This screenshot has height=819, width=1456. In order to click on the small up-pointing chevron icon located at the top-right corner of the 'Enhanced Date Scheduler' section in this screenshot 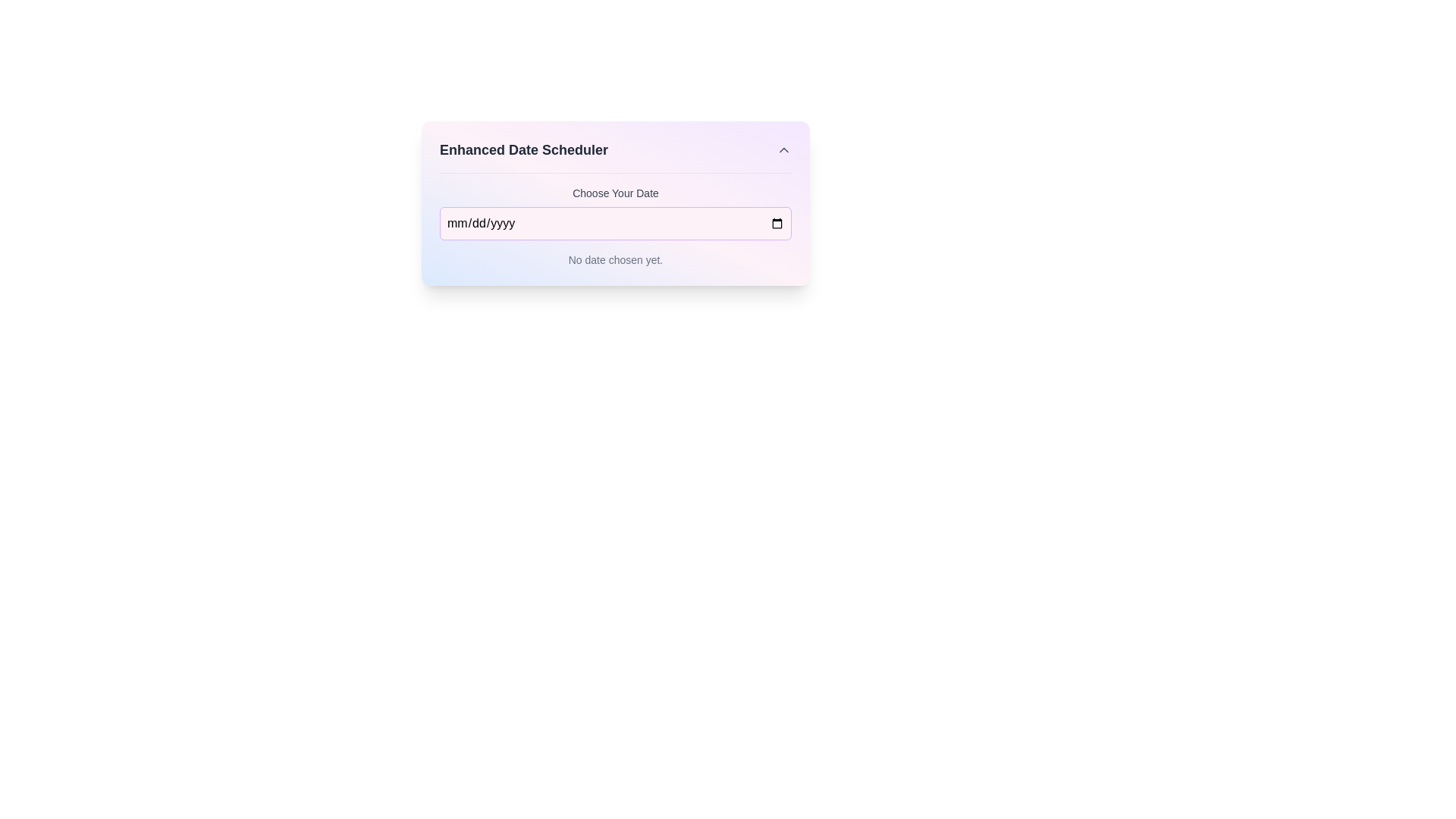, I will do `click(783, 149)`.